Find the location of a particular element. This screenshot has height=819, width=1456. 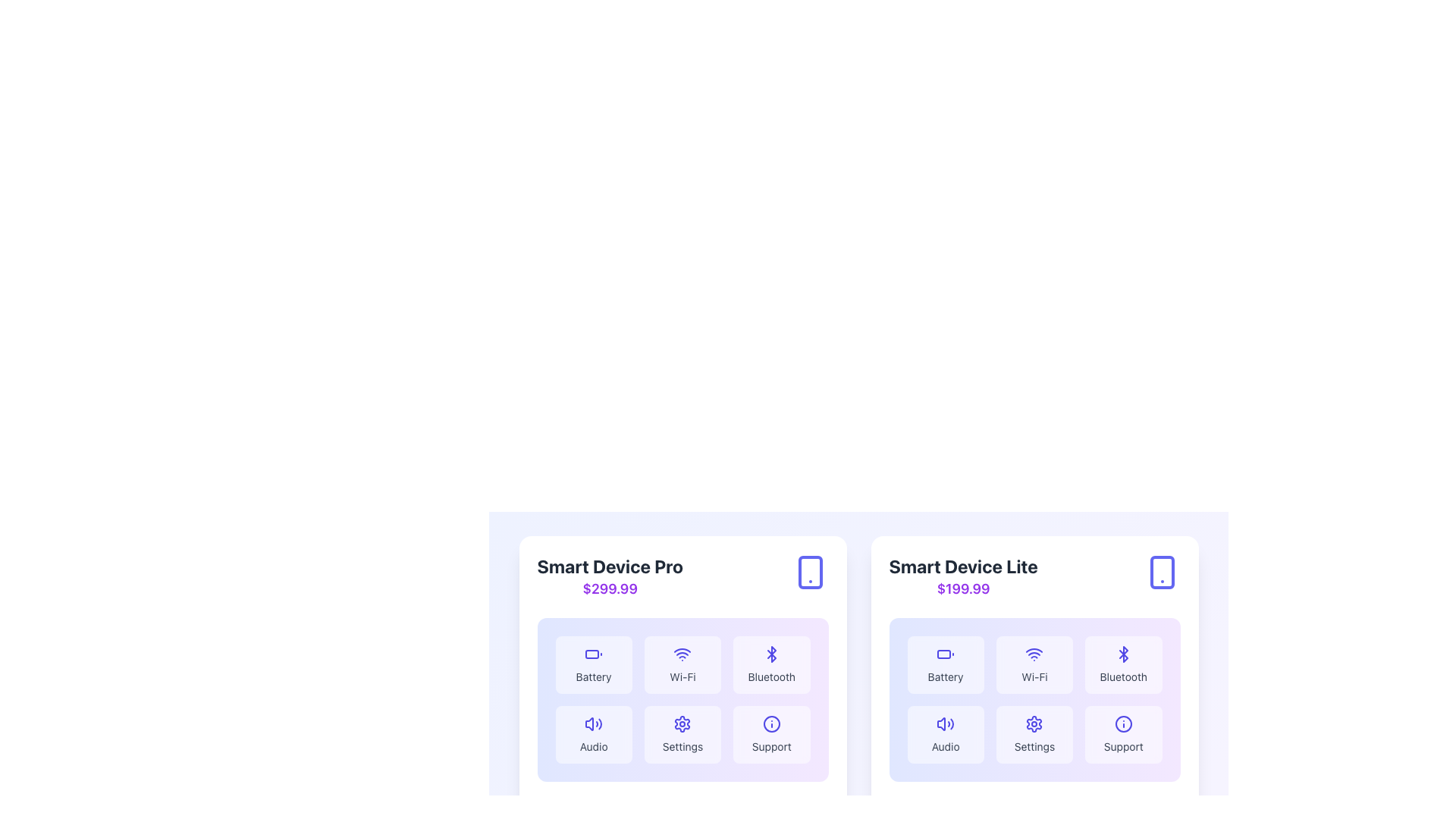

the Bluetooth button, which features an indigo blue Bluetooth icon and the text 'Bluetooth' in gray is located at coordinates (1123, 664).